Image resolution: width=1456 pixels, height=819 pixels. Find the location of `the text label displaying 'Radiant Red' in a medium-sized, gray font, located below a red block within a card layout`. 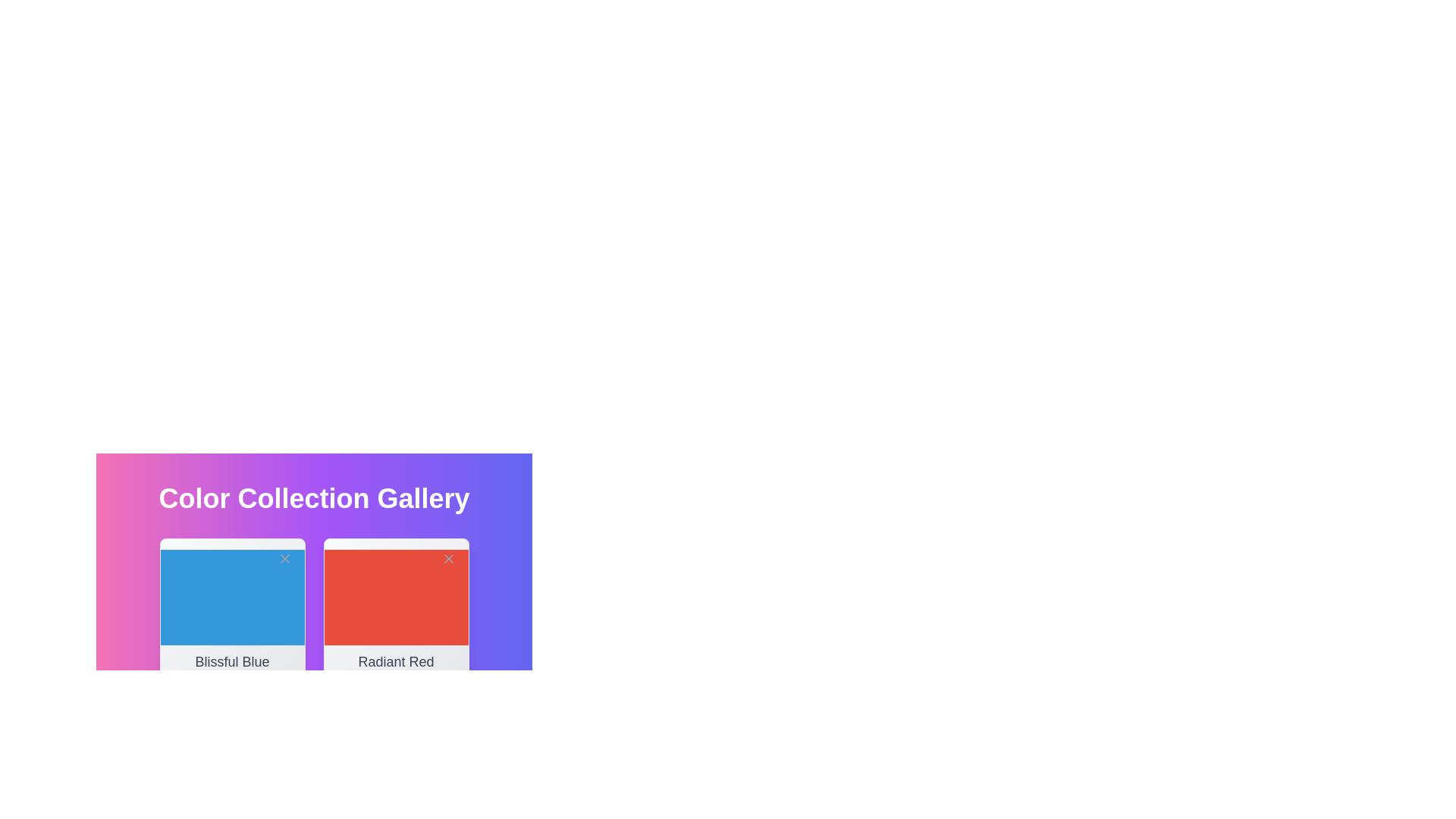

the text label displaying 'Radiant Red' in a medium-sized, gray font, located below a red block within a card layout is located at coordinates (396, 661).